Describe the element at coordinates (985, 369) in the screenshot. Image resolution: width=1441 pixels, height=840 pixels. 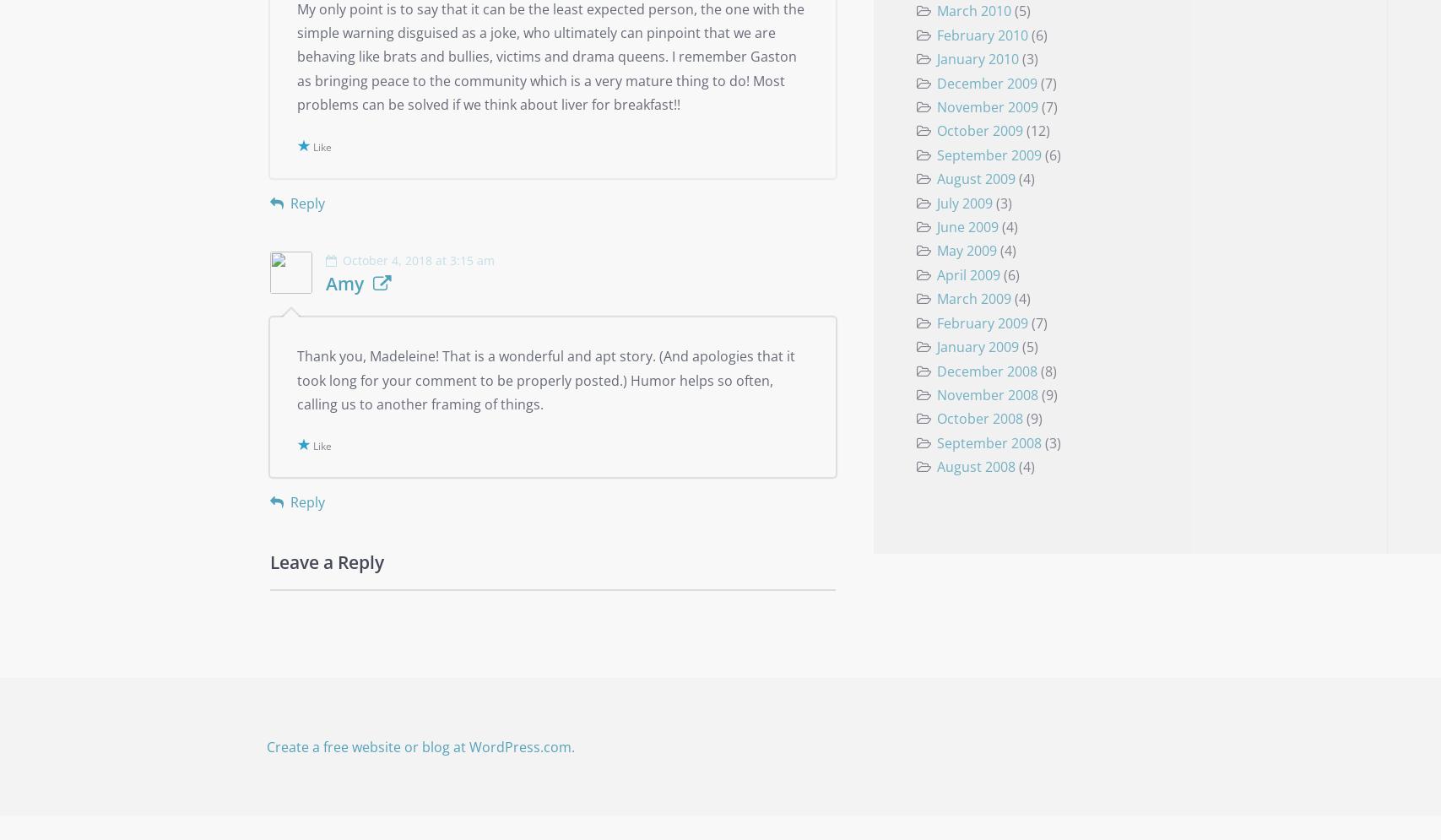
I see `'December 2008'` at that location.